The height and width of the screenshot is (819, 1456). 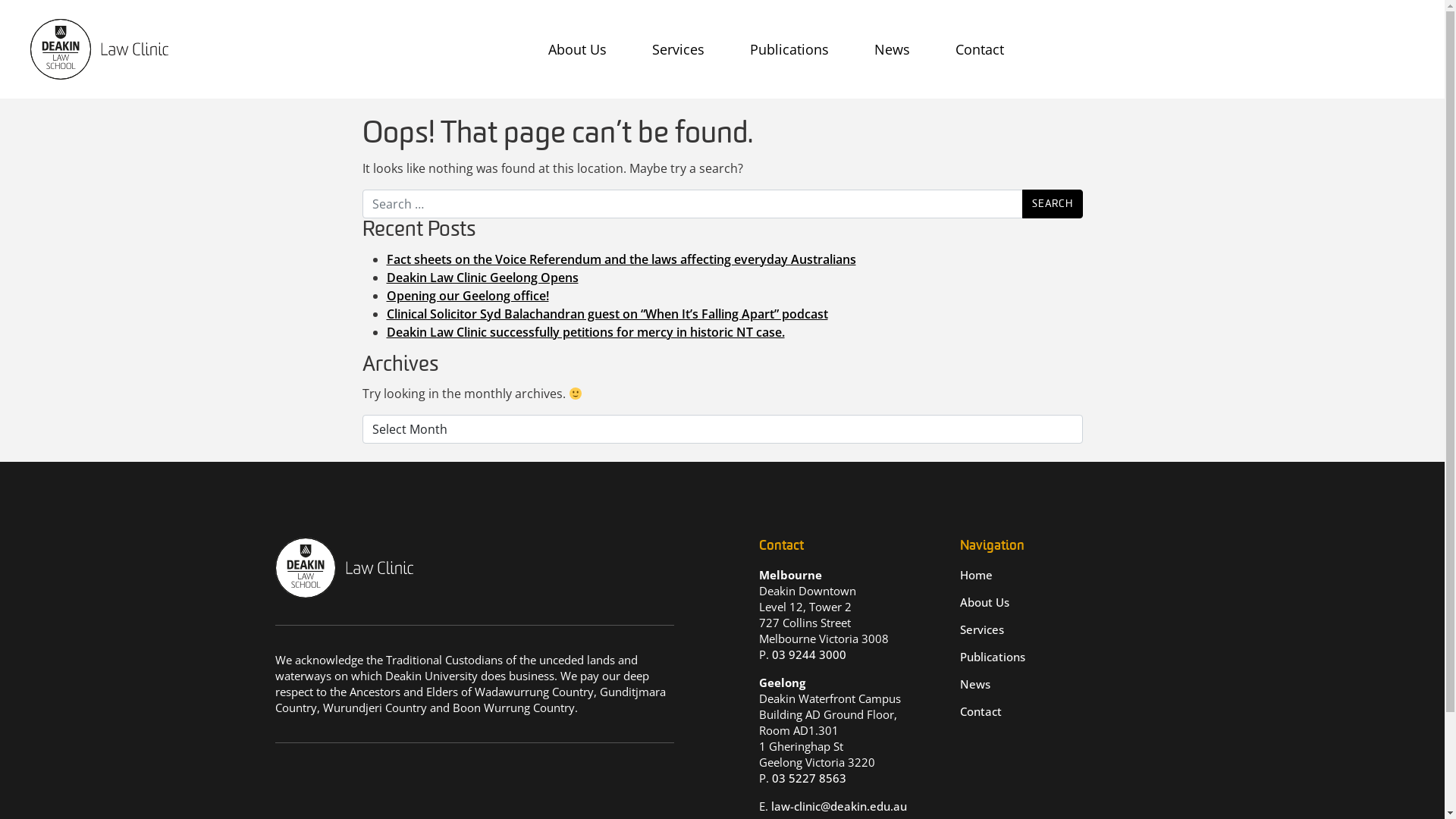 I want to click on 'Contact', so click(x=981, y=711).